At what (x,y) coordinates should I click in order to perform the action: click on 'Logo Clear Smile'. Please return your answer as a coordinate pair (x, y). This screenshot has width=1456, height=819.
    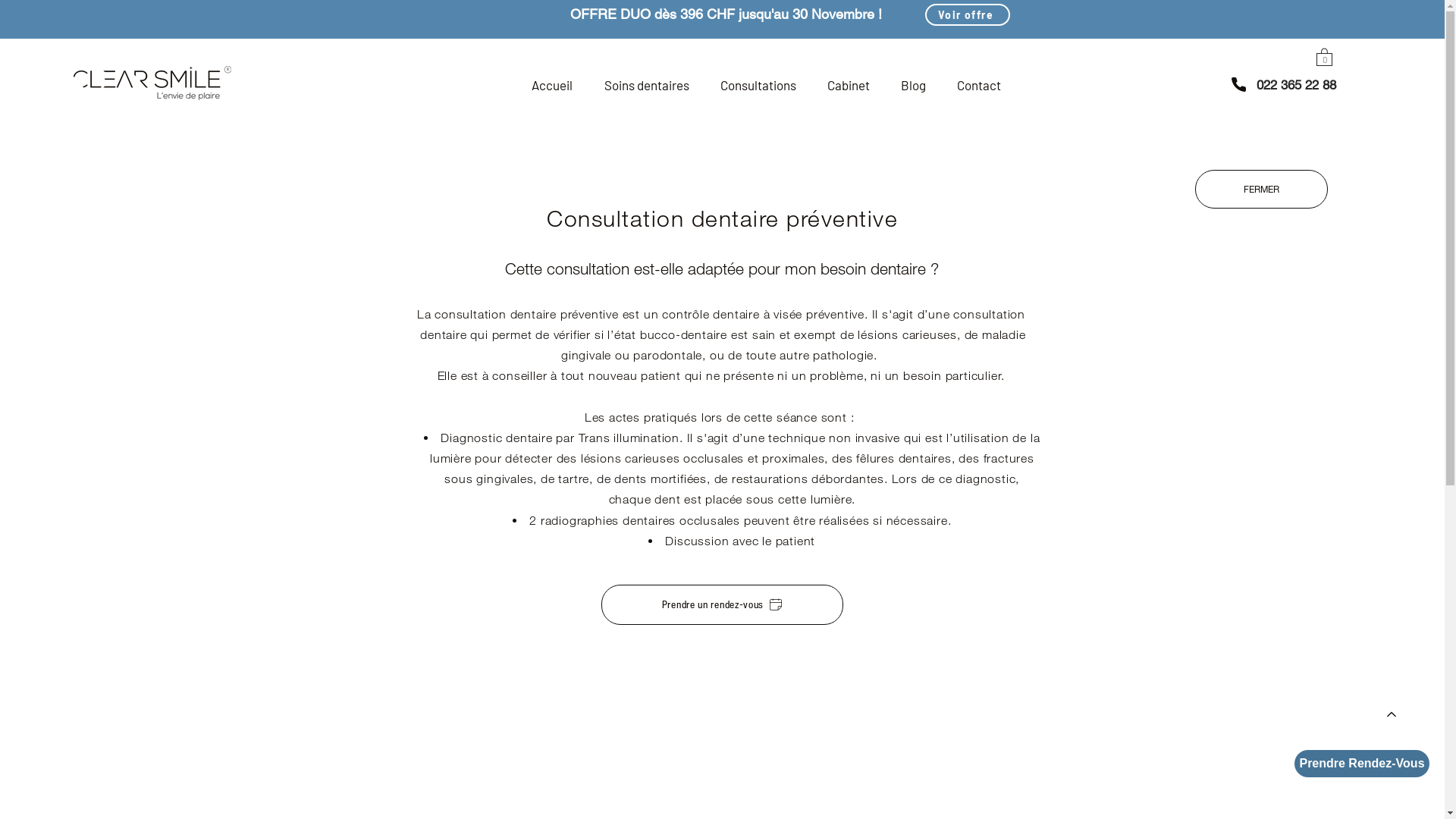
    Looking at the image, I should click on (152, 83).